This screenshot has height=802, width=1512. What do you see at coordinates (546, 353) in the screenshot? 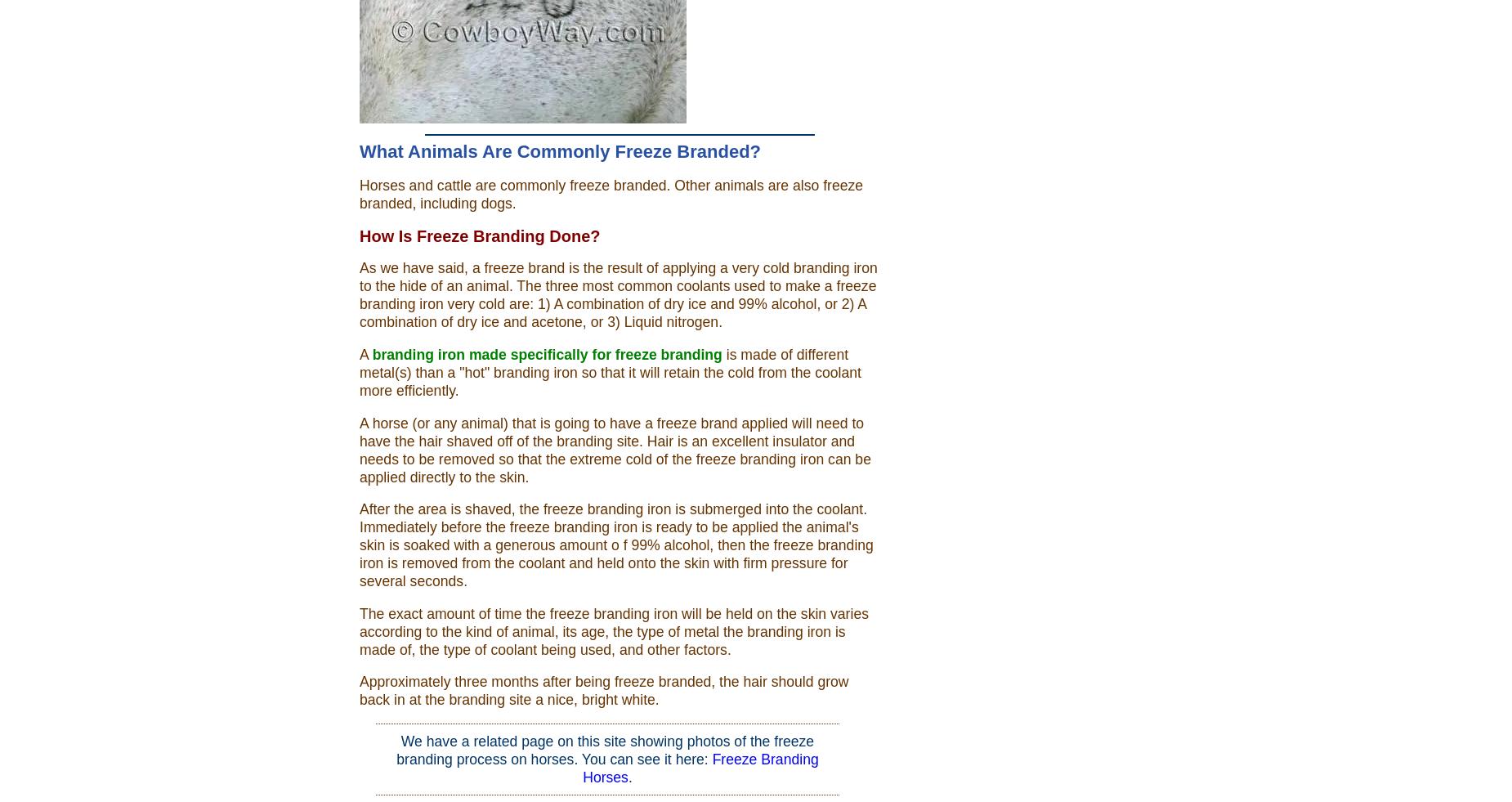
I see `'branding iron made specifically for freeze
branding'` at bounding box center [546, 353].